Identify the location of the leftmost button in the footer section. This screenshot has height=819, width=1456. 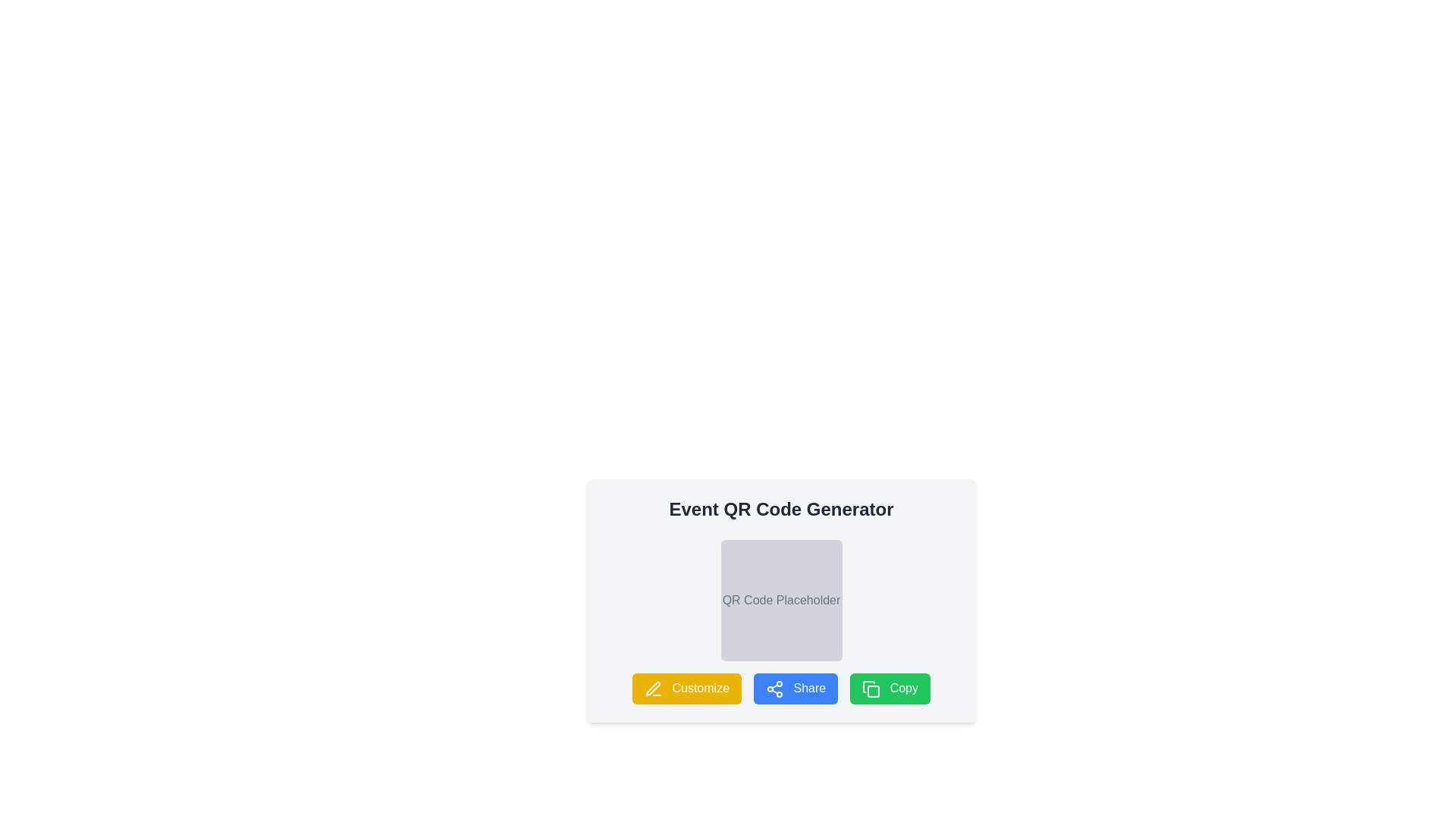
(686, 689).